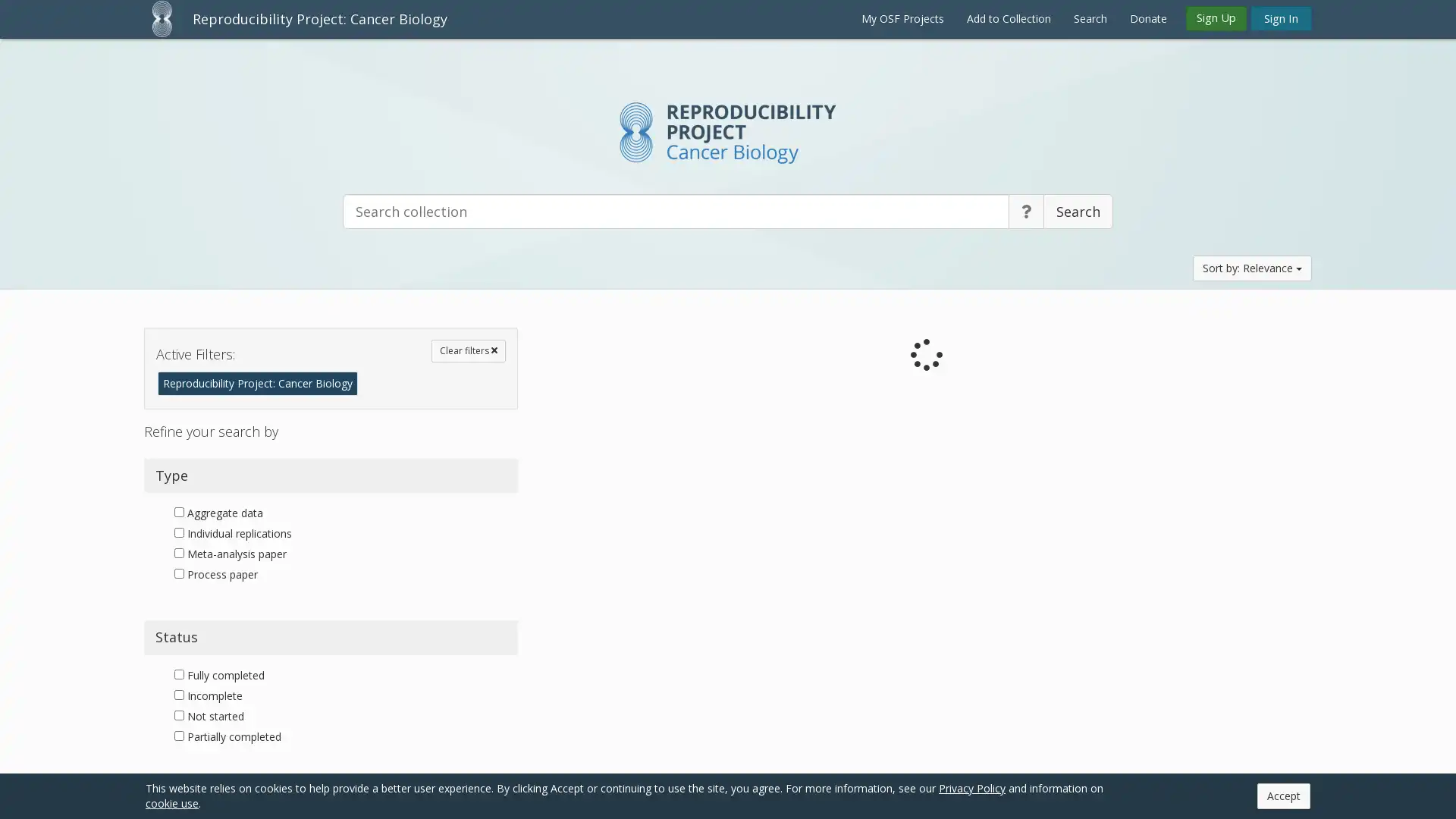 Image resolution: width=1456 pixels, height=819 pixels. I want to click on Search, so click(1077, 211).